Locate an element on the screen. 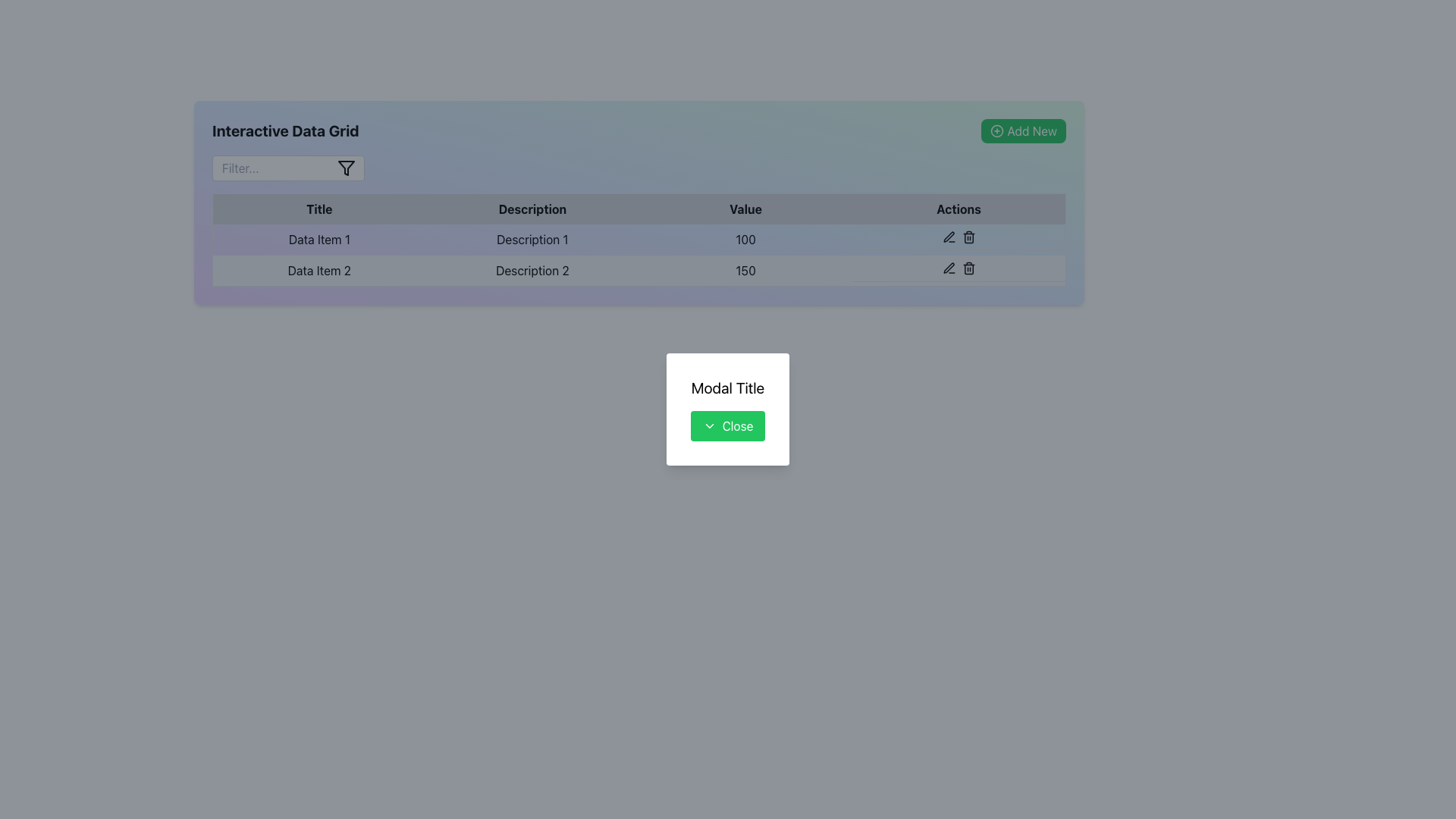 The width and height of the screenshot is (1456, 819). the Text Display element that shows the value '100' for 'Description 1' in the third cell of the first row of the Interactive Data Grid is located at coordinates (745, 239).